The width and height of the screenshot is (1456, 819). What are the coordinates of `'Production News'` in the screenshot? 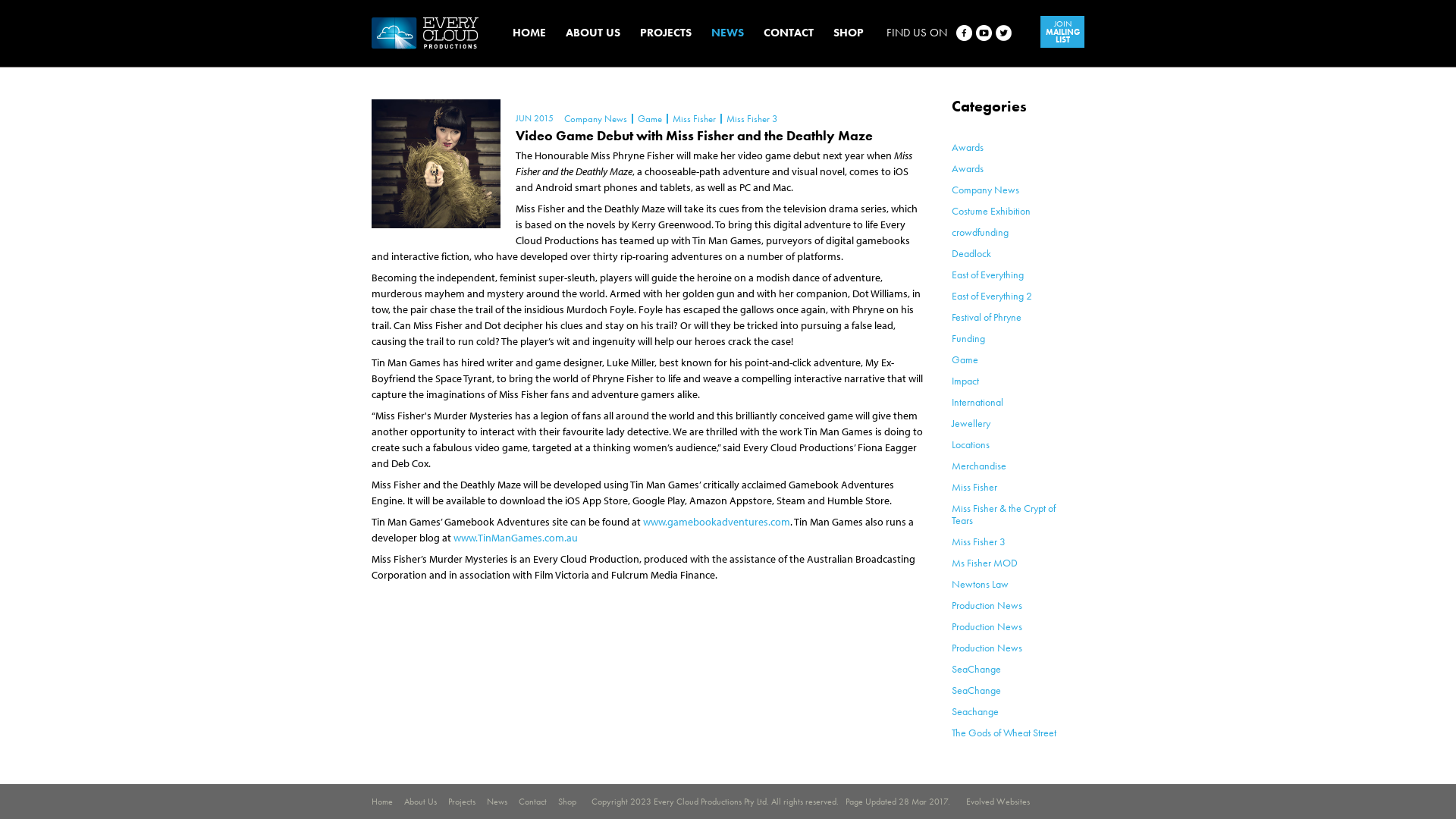 It's located at (950, 604).